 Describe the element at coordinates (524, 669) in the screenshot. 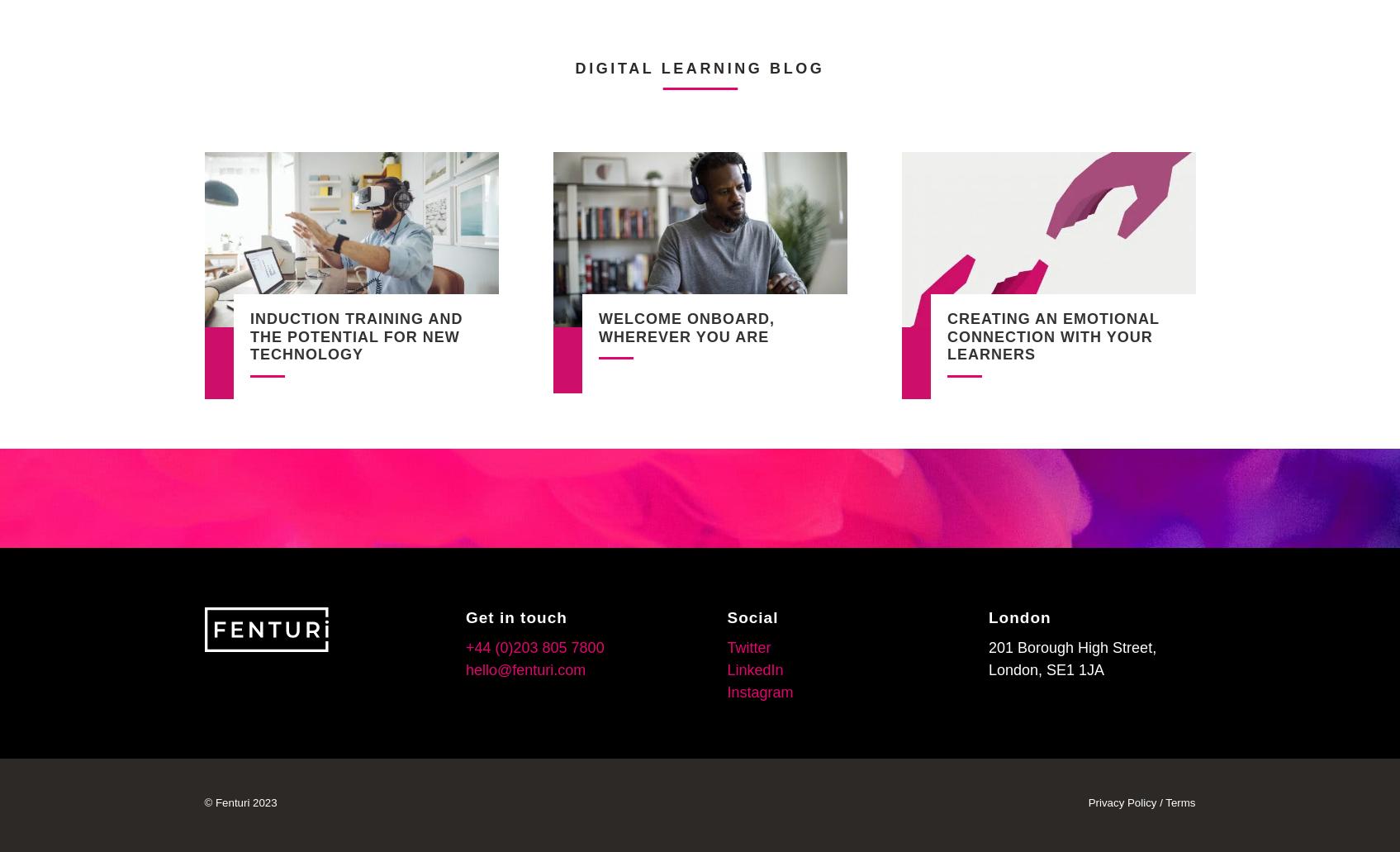

I see `'hello@fenturi.com'` at that location.